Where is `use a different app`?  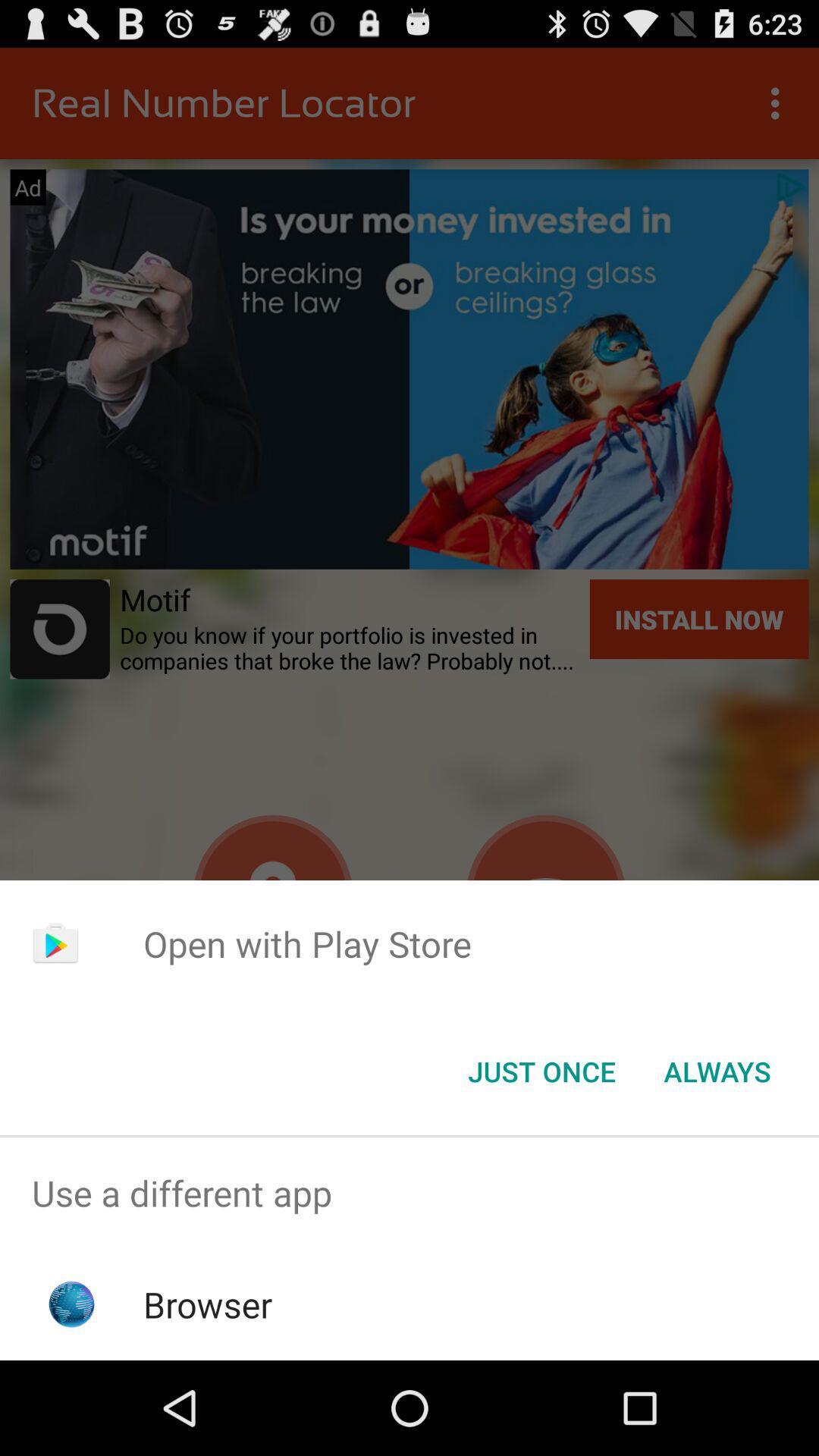
use a different app is located at coordinates (409, 1192).